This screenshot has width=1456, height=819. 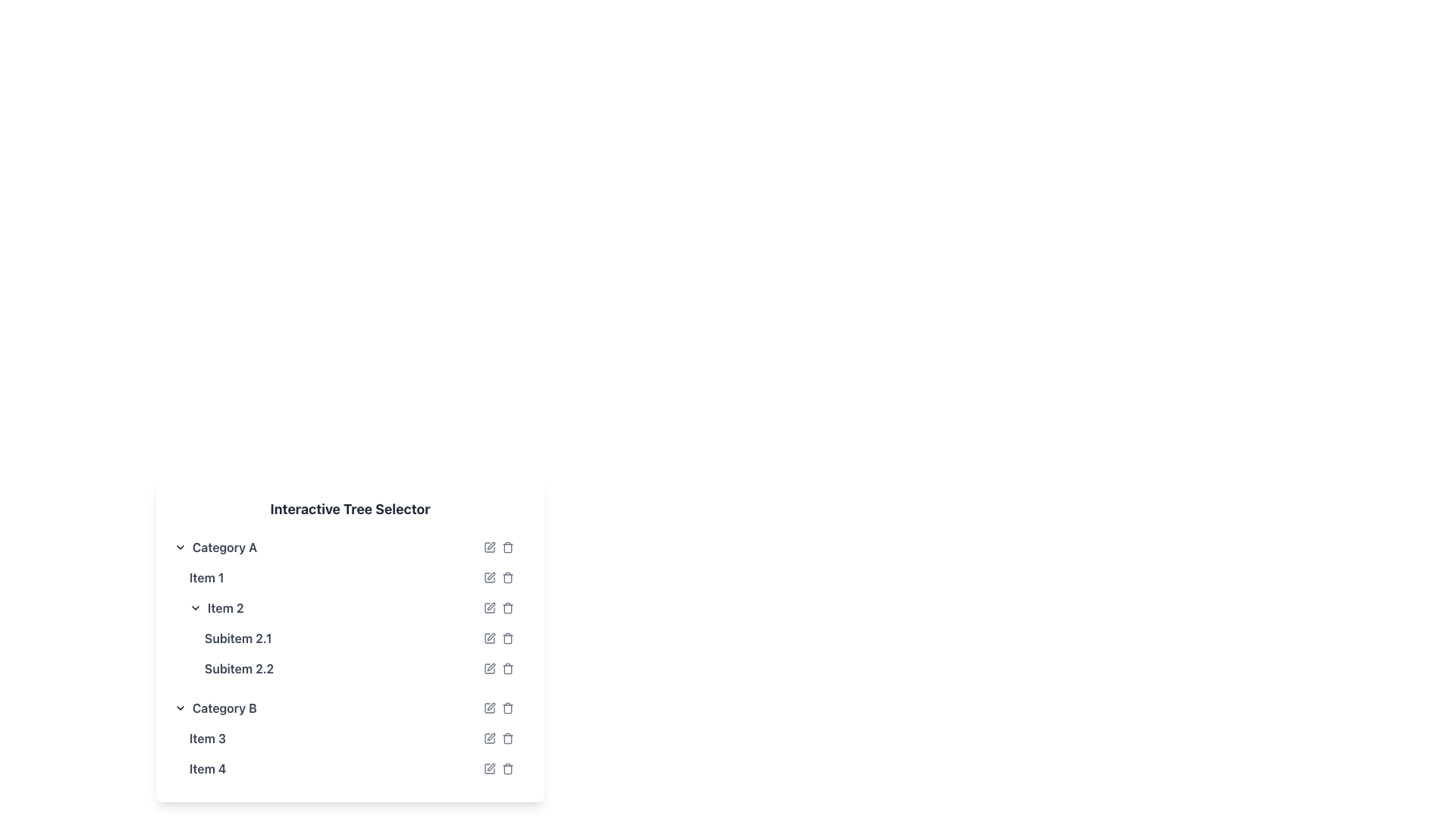 What do you see at coordinates (491, 637) in the screenshot?
I see `the pen icon button located to the right of the label 'Subitem 2.1' in the interactive tree view to initiate editing` at bounding box center [491, 637].